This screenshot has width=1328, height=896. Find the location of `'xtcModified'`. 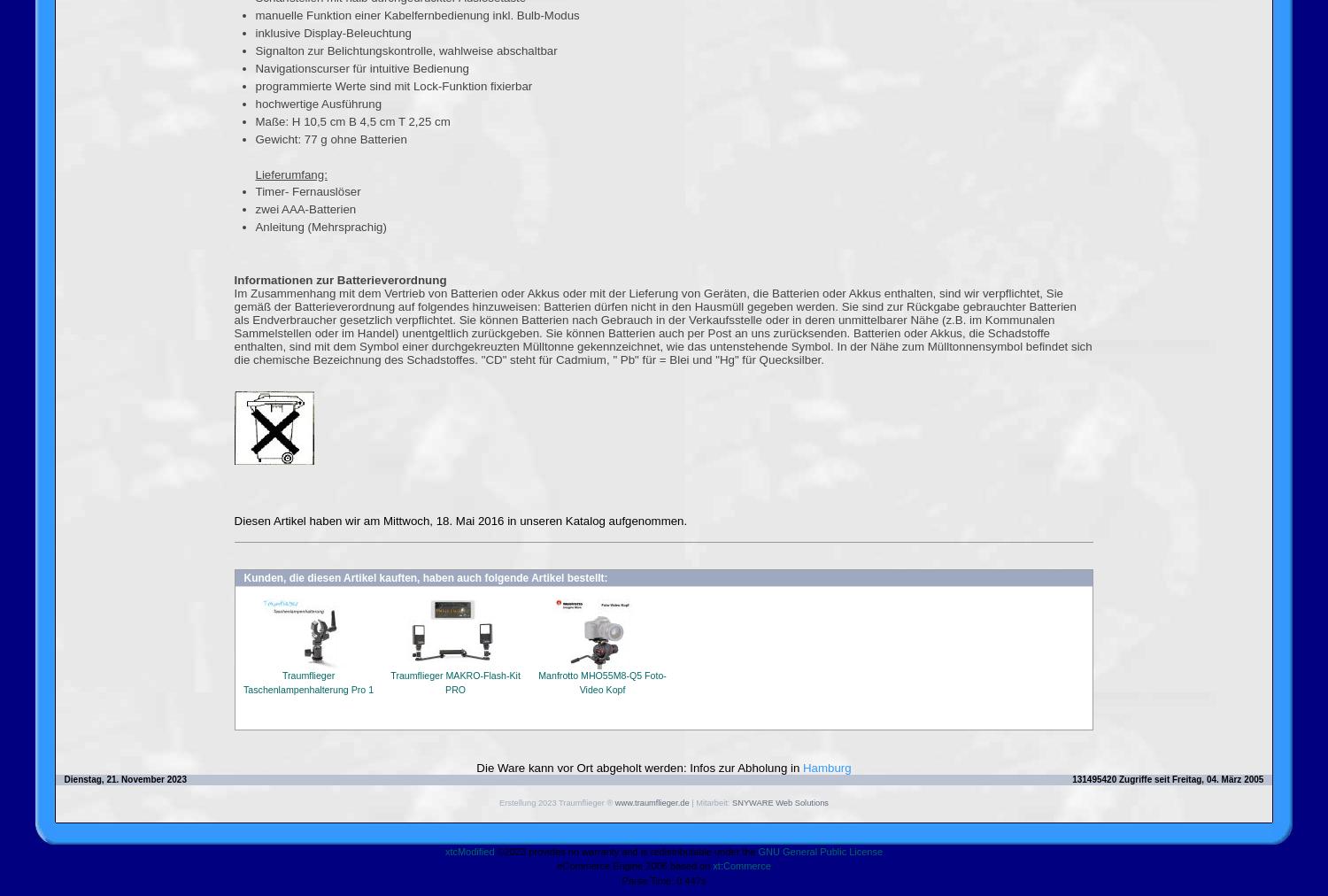

'xtcModified' is located at coordinates (468, 850).